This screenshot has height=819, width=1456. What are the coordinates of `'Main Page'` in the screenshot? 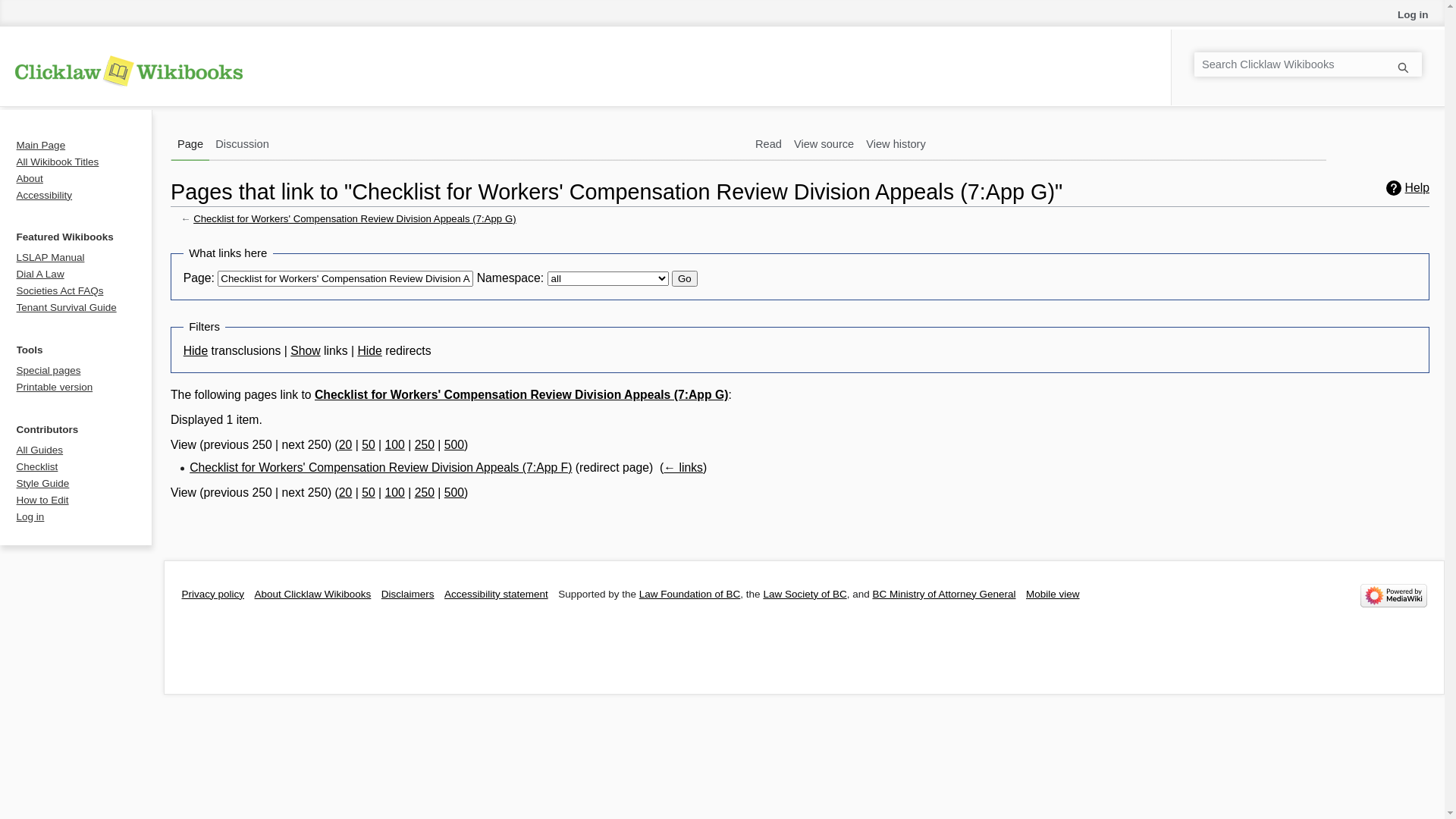 It's located at (41, 145).